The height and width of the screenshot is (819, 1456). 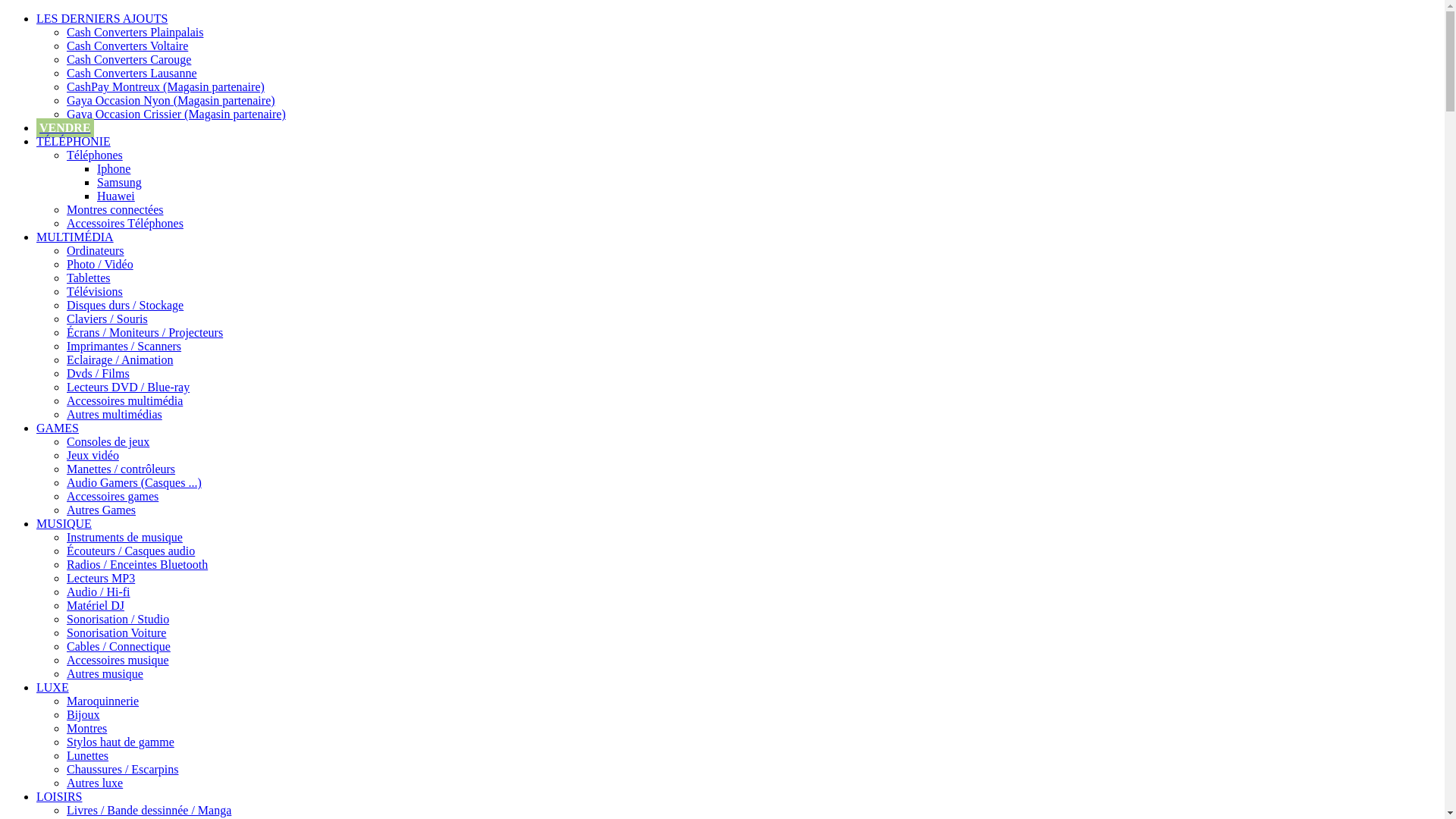 What do you see at coordinates (64, 127) in the screenshot?
I see `'VENDRE'` at bounding box center [64, 127].